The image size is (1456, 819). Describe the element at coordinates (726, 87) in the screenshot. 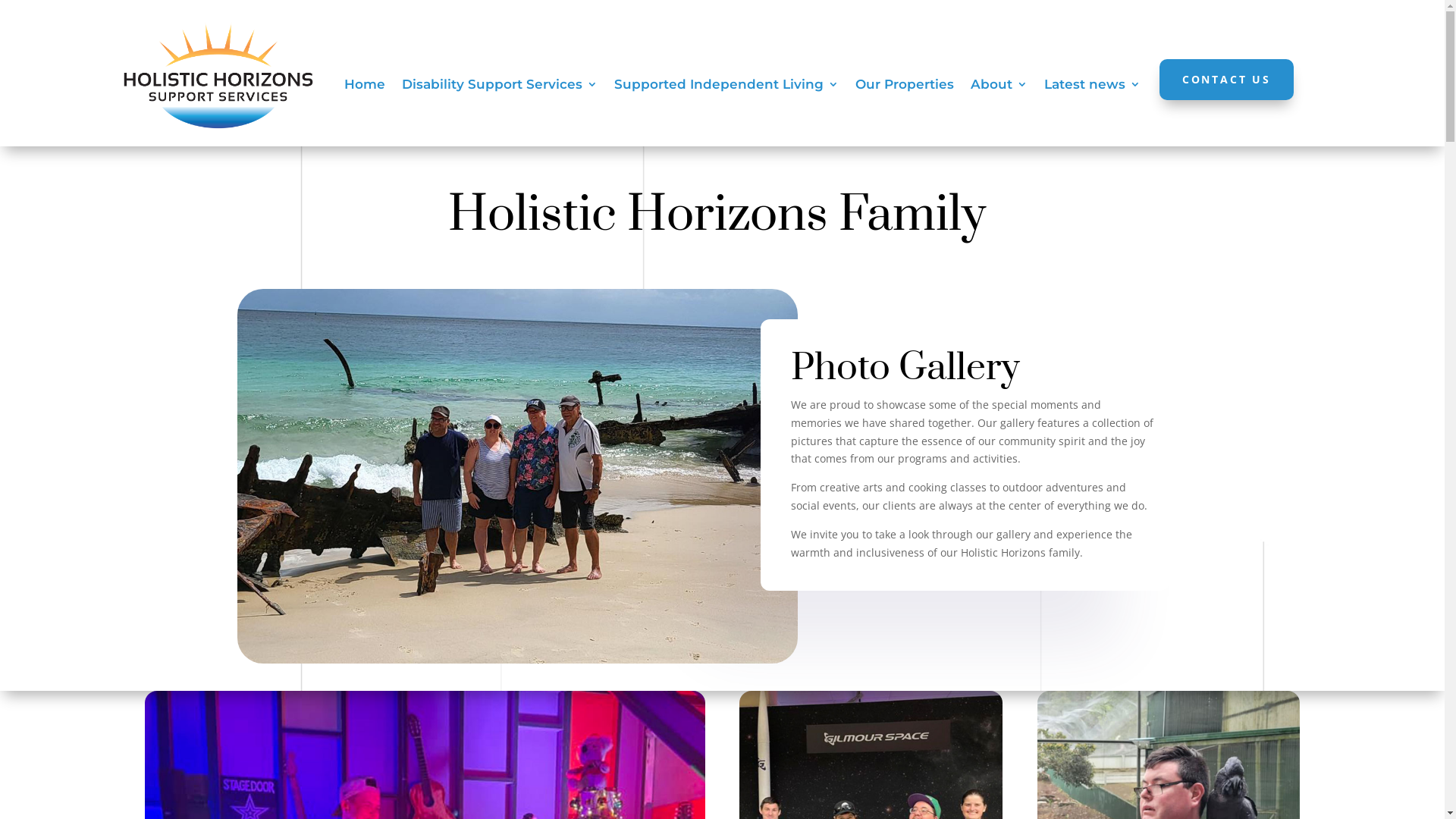

I see `'Supported Independent Living'` at that location.